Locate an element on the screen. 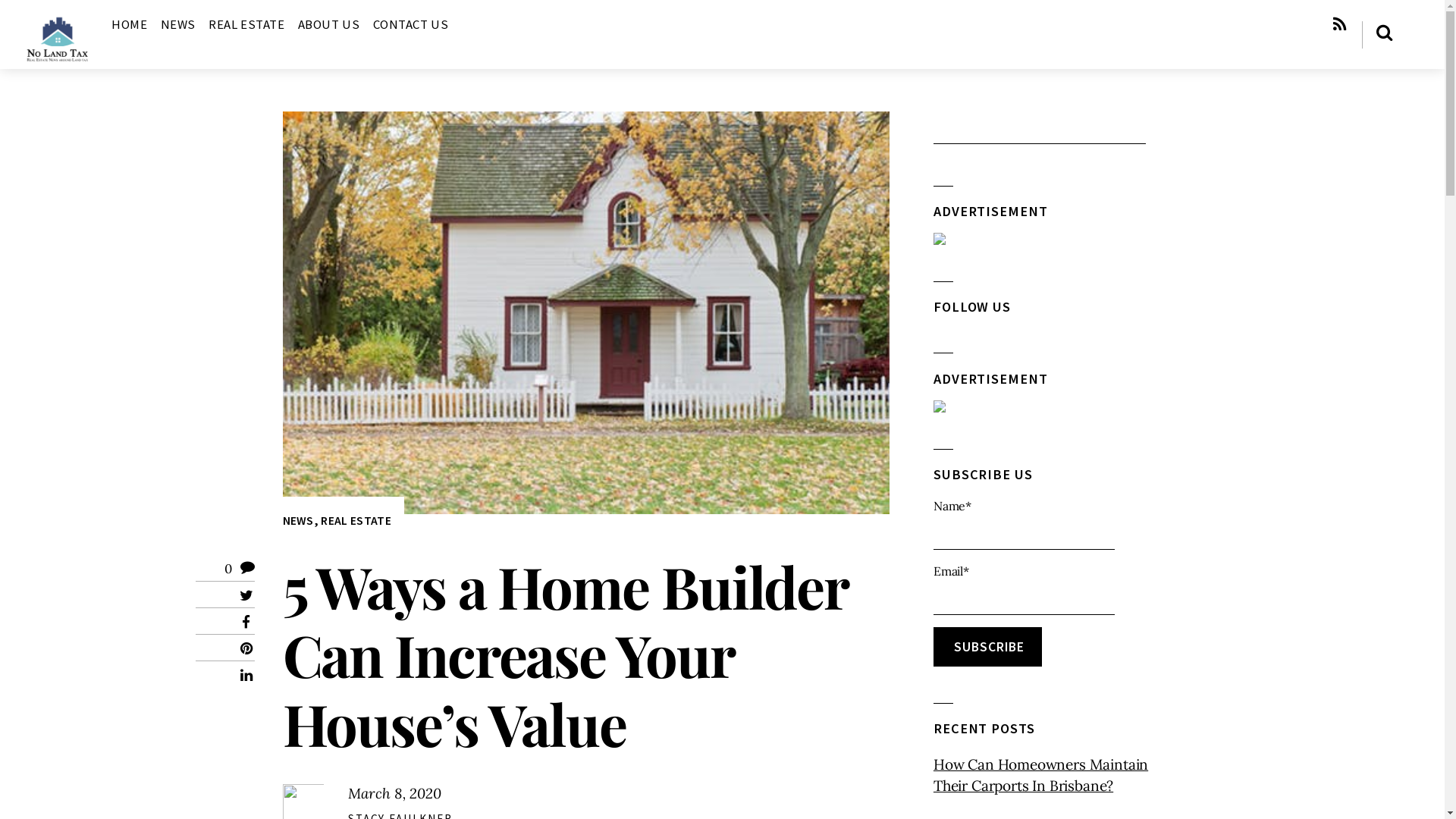  'REAL ESTATE' is located at coordinates (246, 24).